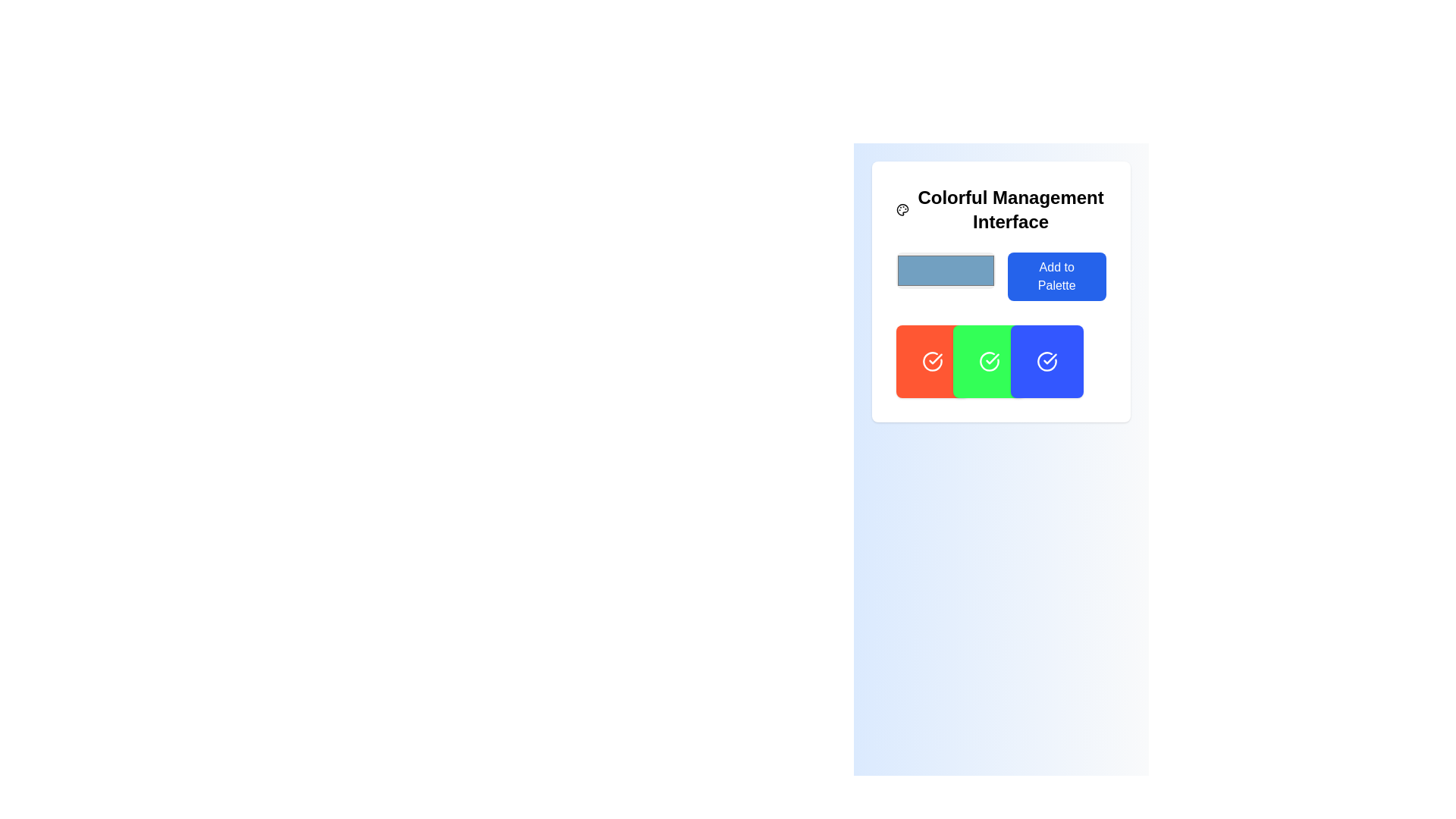 Image resolution: width=1456 pixels, height=819 pixels. Describe the element at coordinates (1046, 362) in the screenshot. I see `the checkmark icon inside a circle, which is styled in white against a vibrant blue square background, located in the bottom right square of a 3x1 grid below the title 'Colorful Management Interface'` at that location.